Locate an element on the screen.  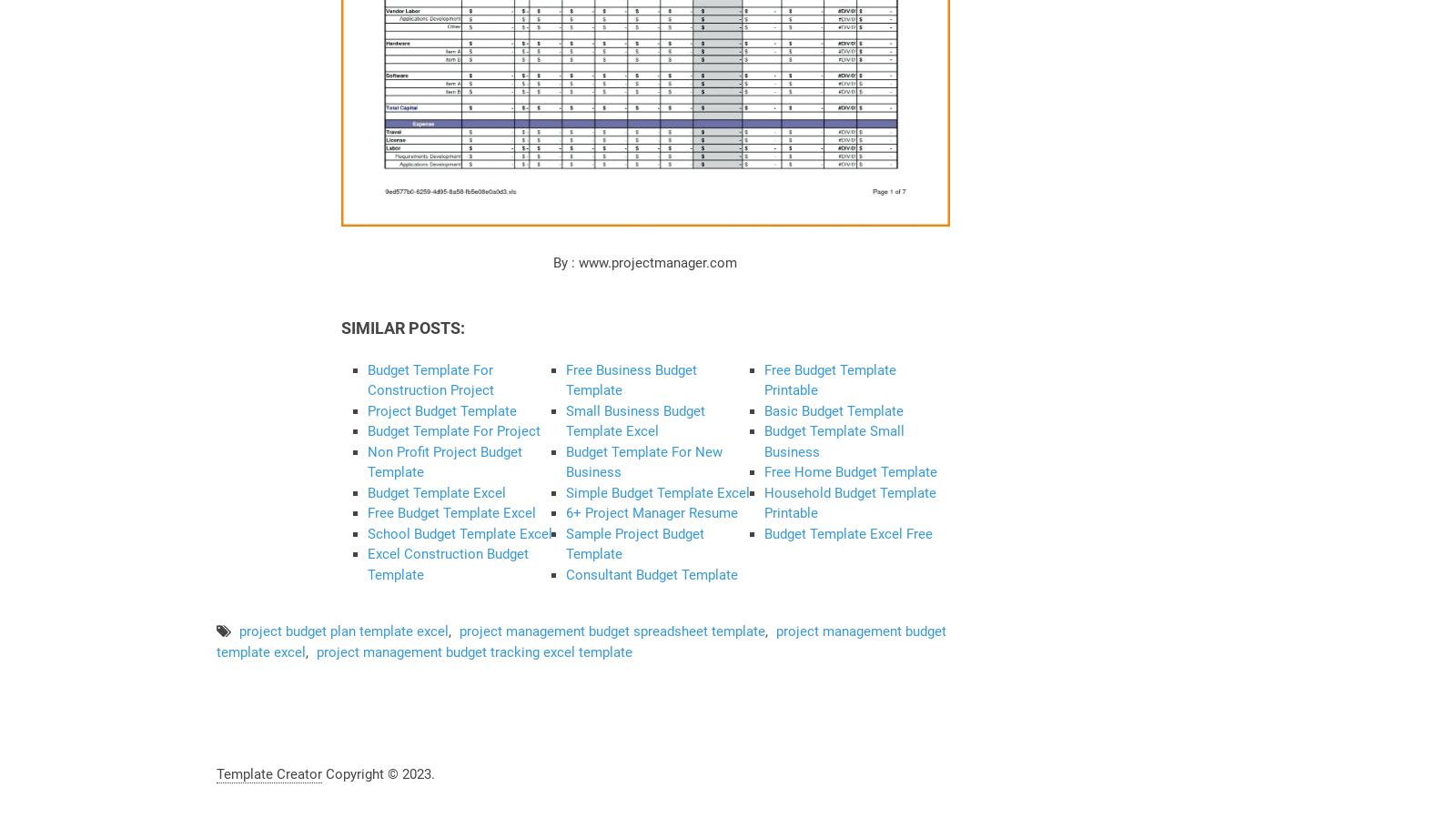
'Basic Budget Template' is located at coordinates (833, 410).